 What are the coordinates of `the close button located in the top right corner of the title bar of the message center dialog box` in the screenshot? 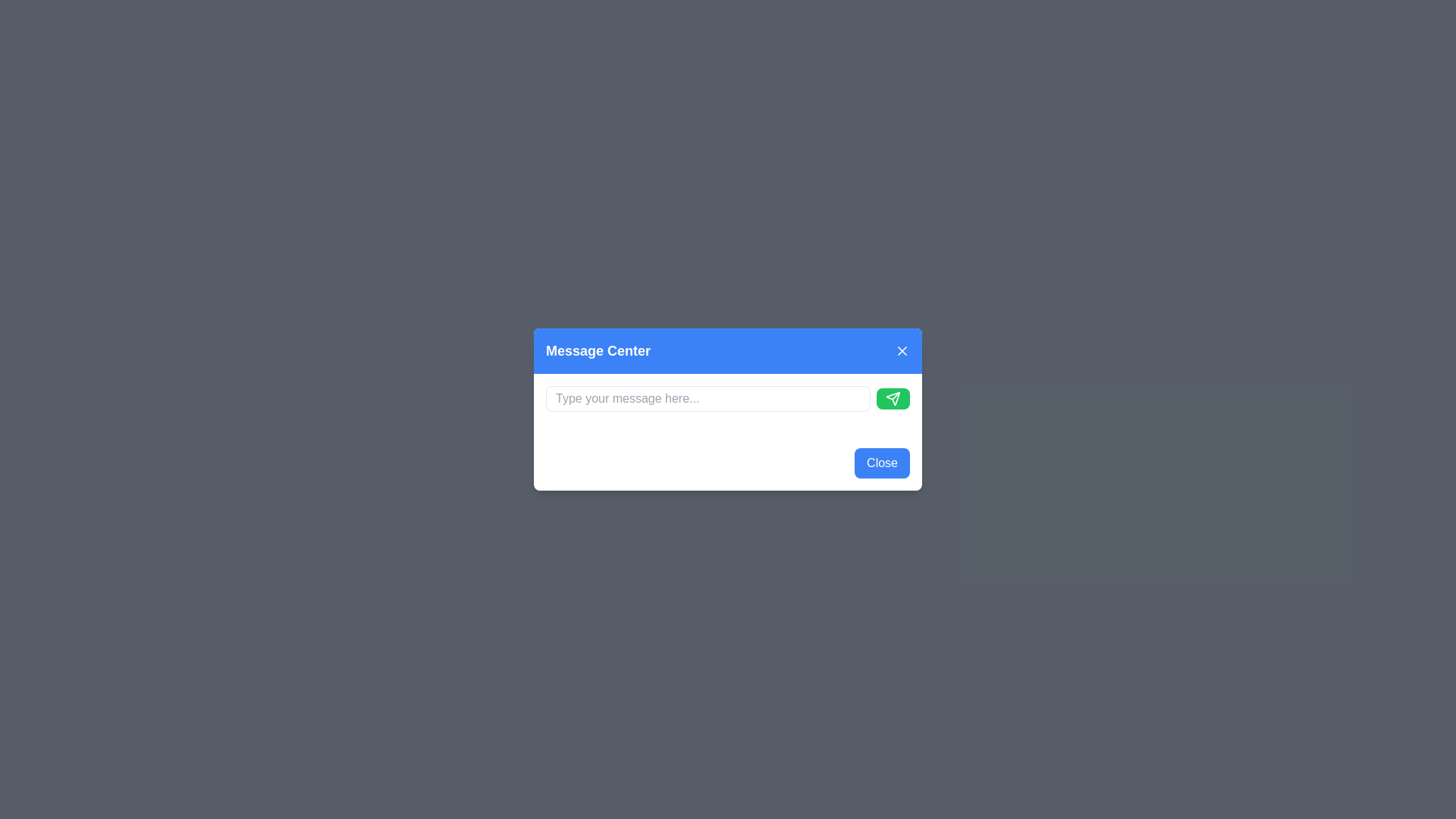 It's located at (902, 350).